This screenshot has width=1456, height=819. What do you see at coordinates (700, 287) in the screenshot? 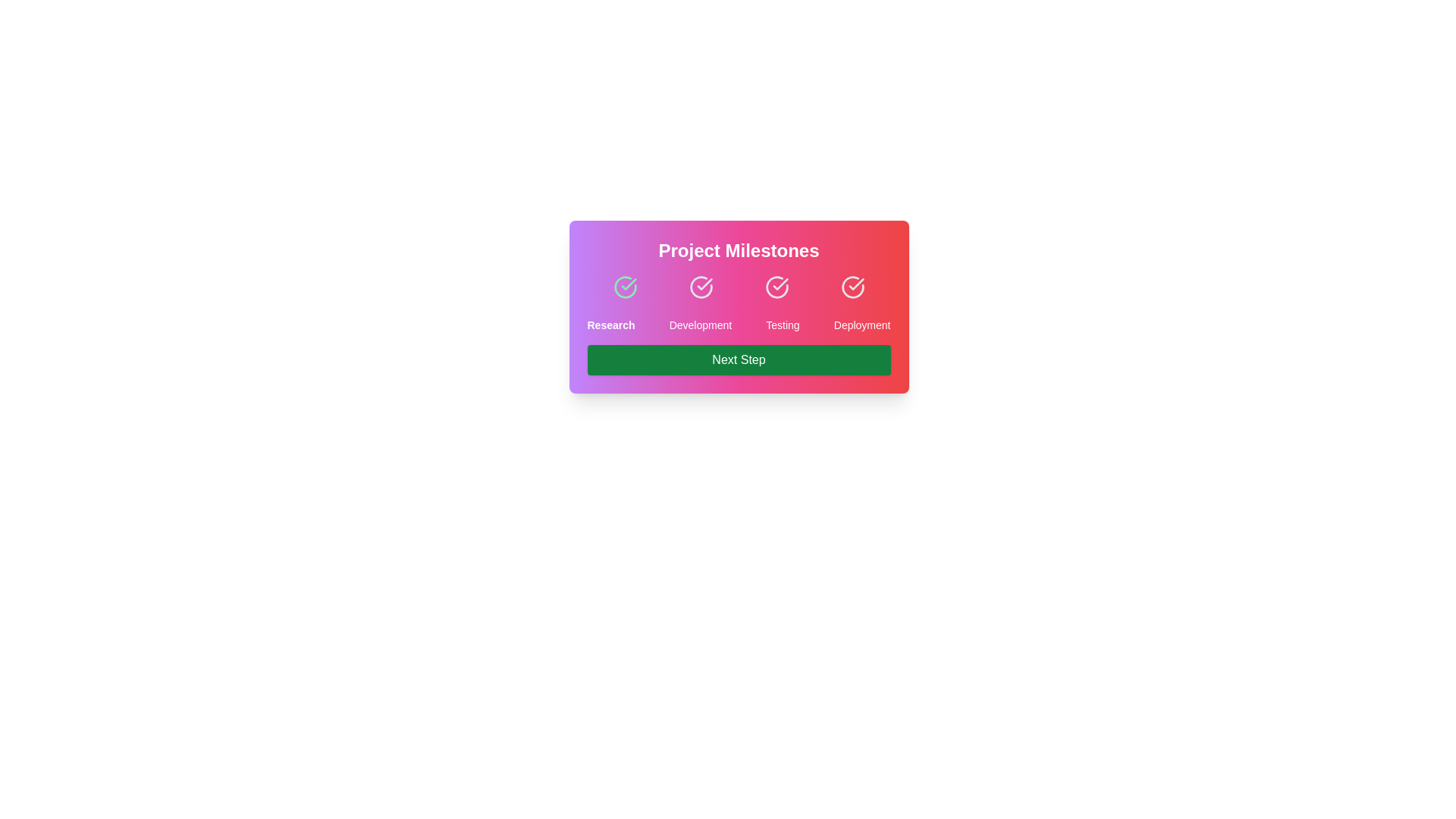
I see `the 'Development' phase icon in the project milestone tracker, which is the second icon in a row of four similar icons` at bounding box center [700, 287].